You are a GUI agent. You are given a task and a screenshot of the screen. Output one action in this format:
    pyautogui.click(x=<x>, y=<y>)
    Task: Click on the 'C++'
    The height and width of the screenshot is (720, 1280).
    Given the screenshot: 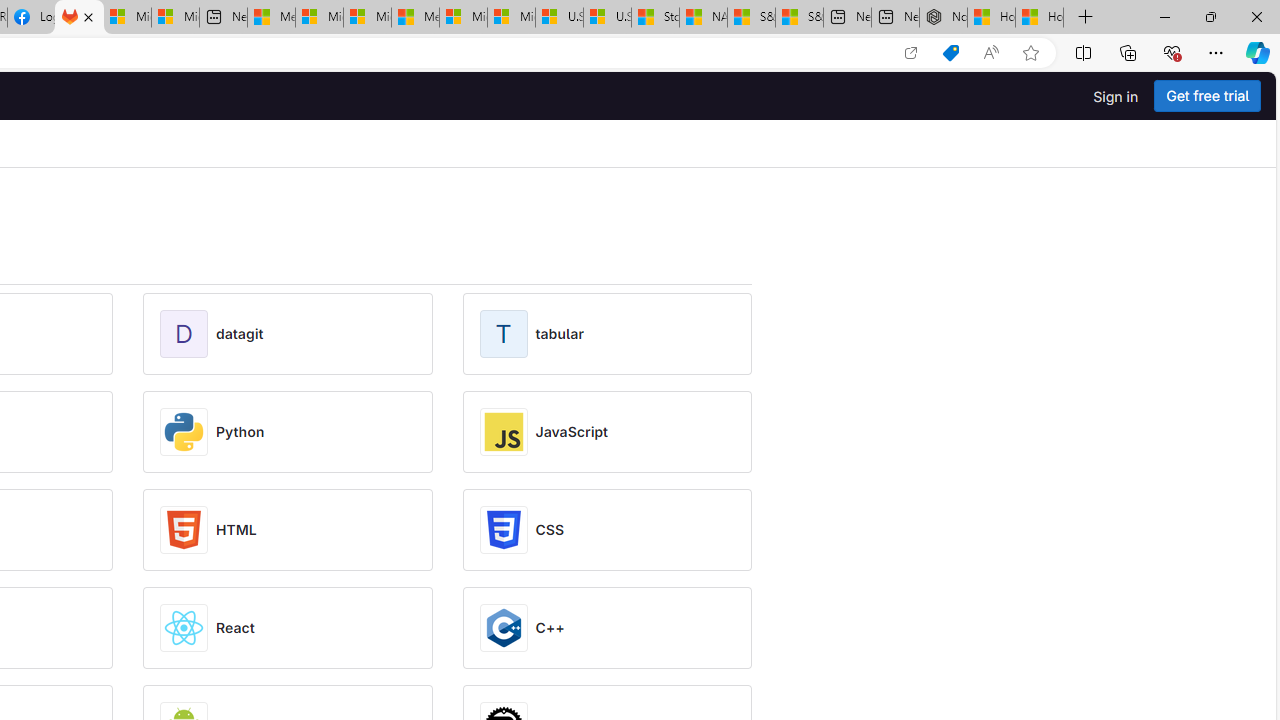 What is the action you would take?
    pyautogui.click(x=549, y=627)
    